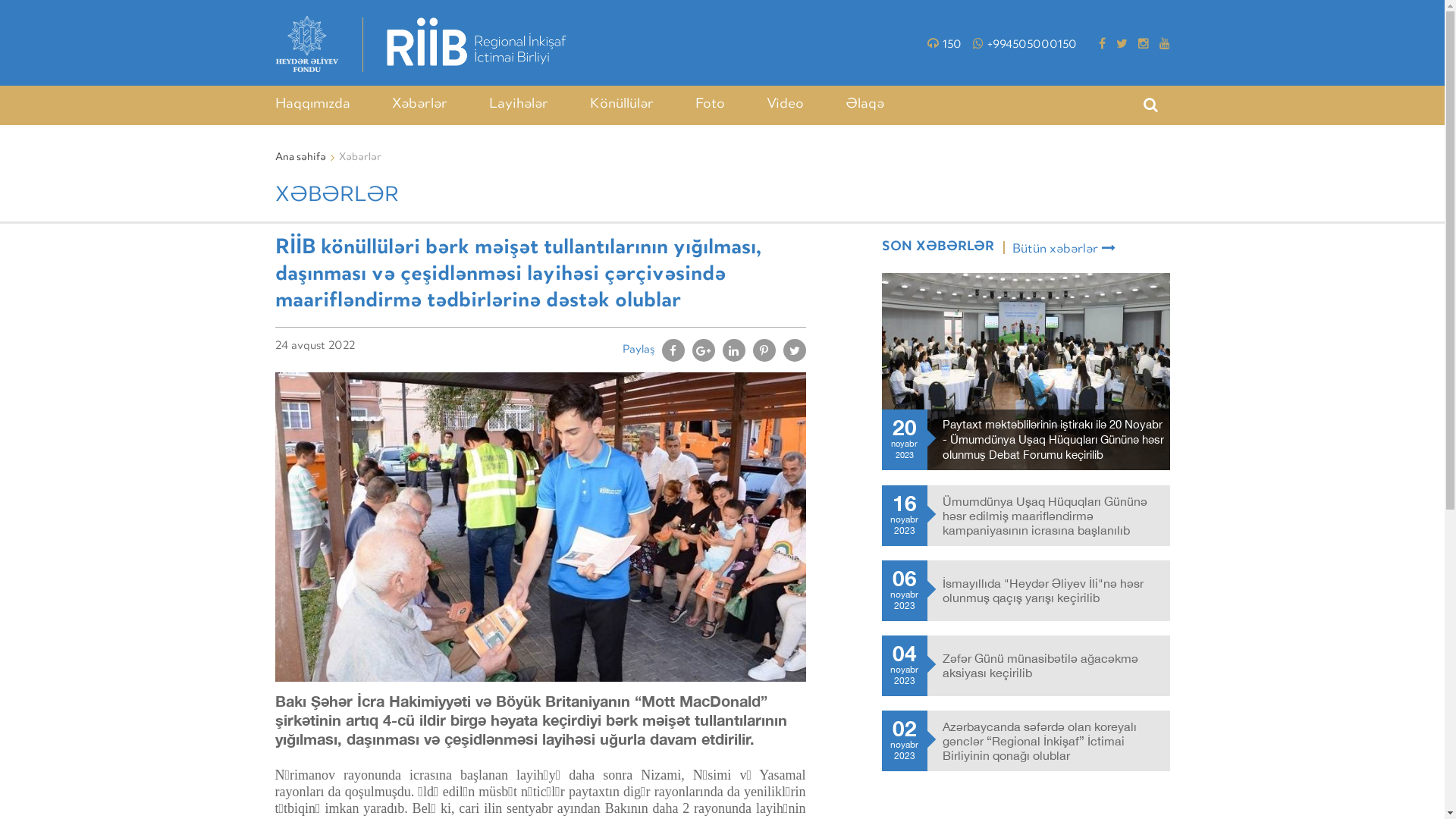 This screenshot has height=819, width=1456. I want to click on 'Share on Facebook', so click(661, 350).